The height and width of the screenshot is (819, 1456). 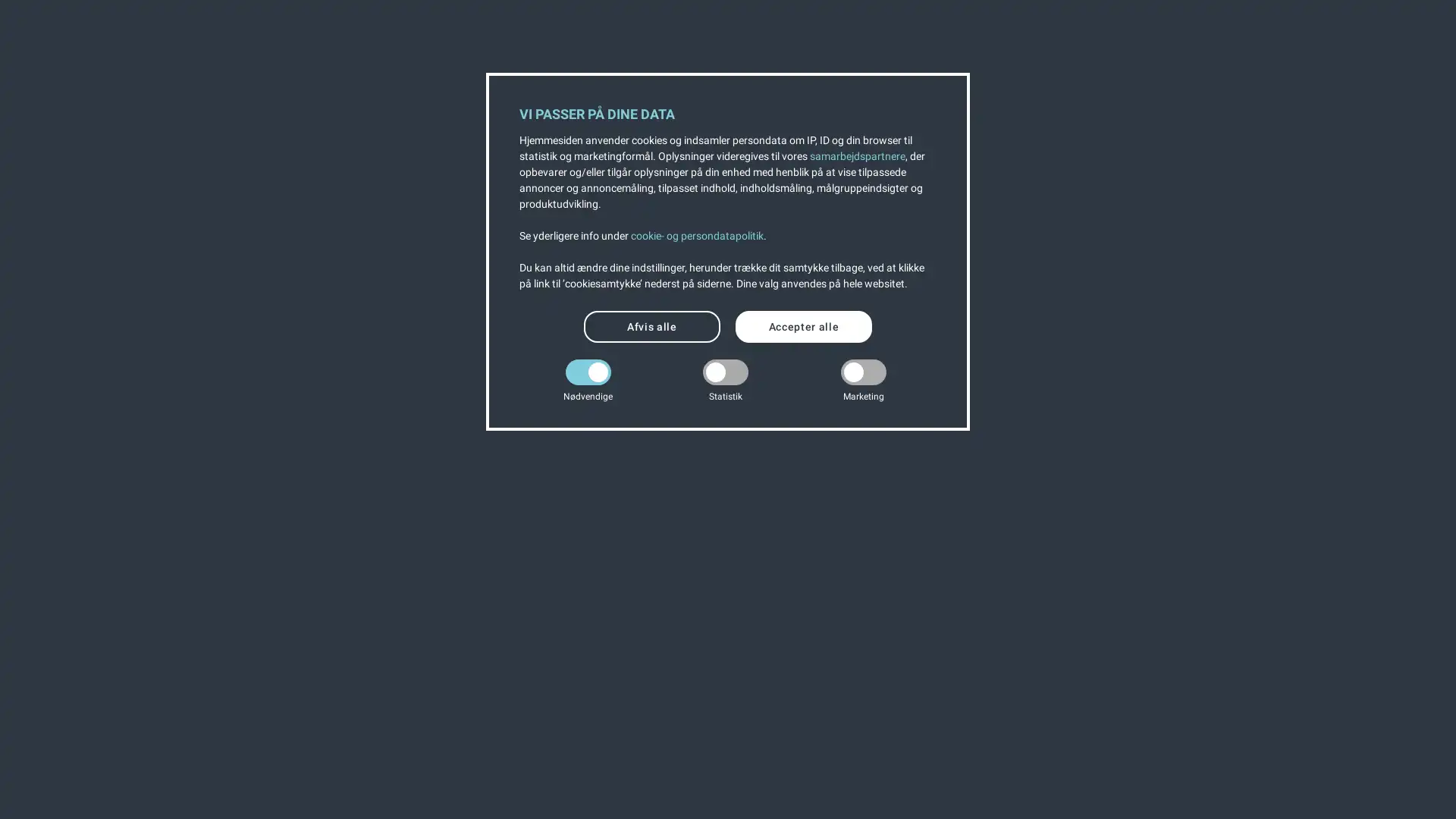 I want to click on Accepter alle, so click(x=803, y=326).